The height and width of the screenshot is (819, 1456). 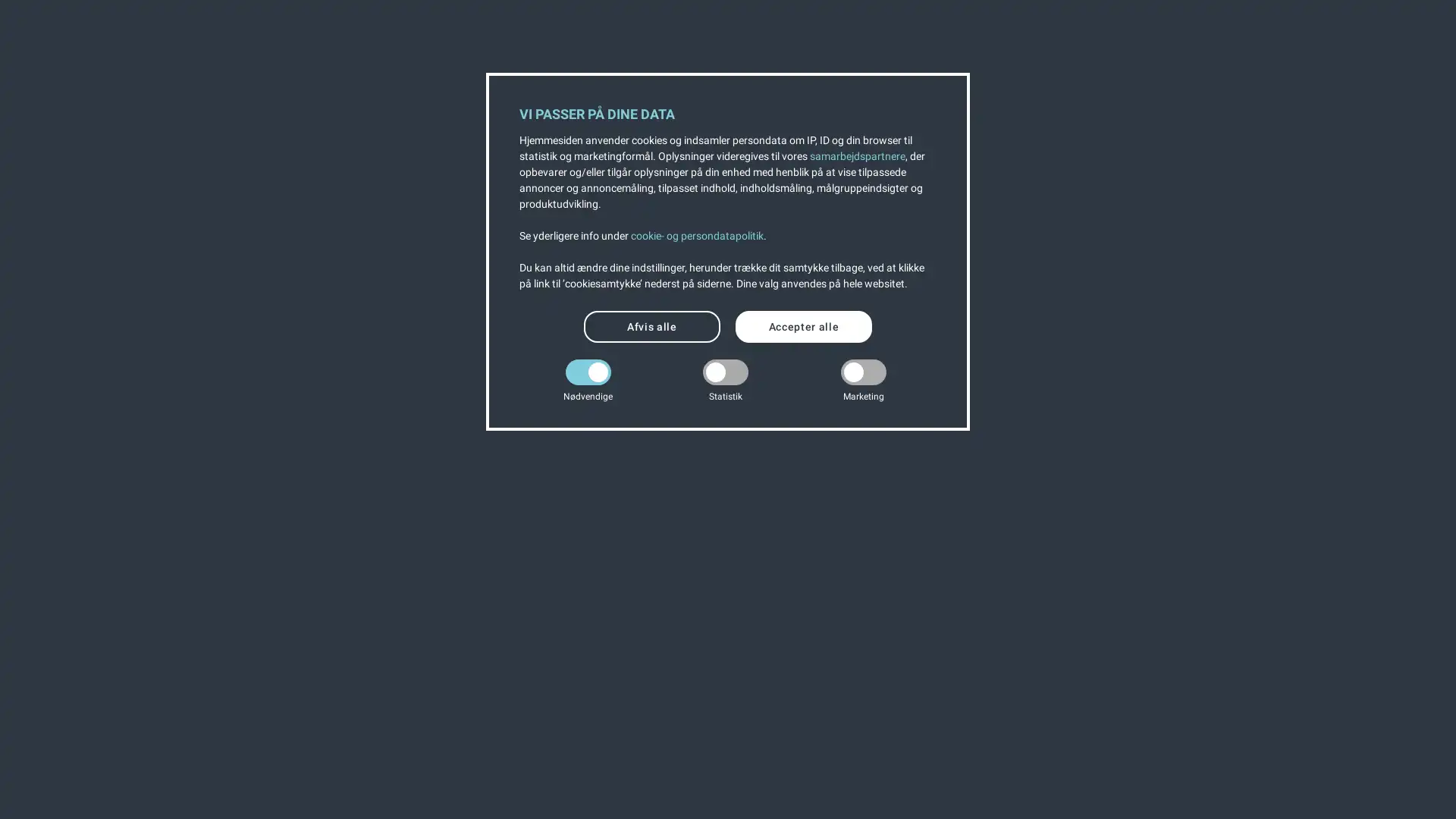 I want to click on Accepter alle, so click(x=803, y=326).